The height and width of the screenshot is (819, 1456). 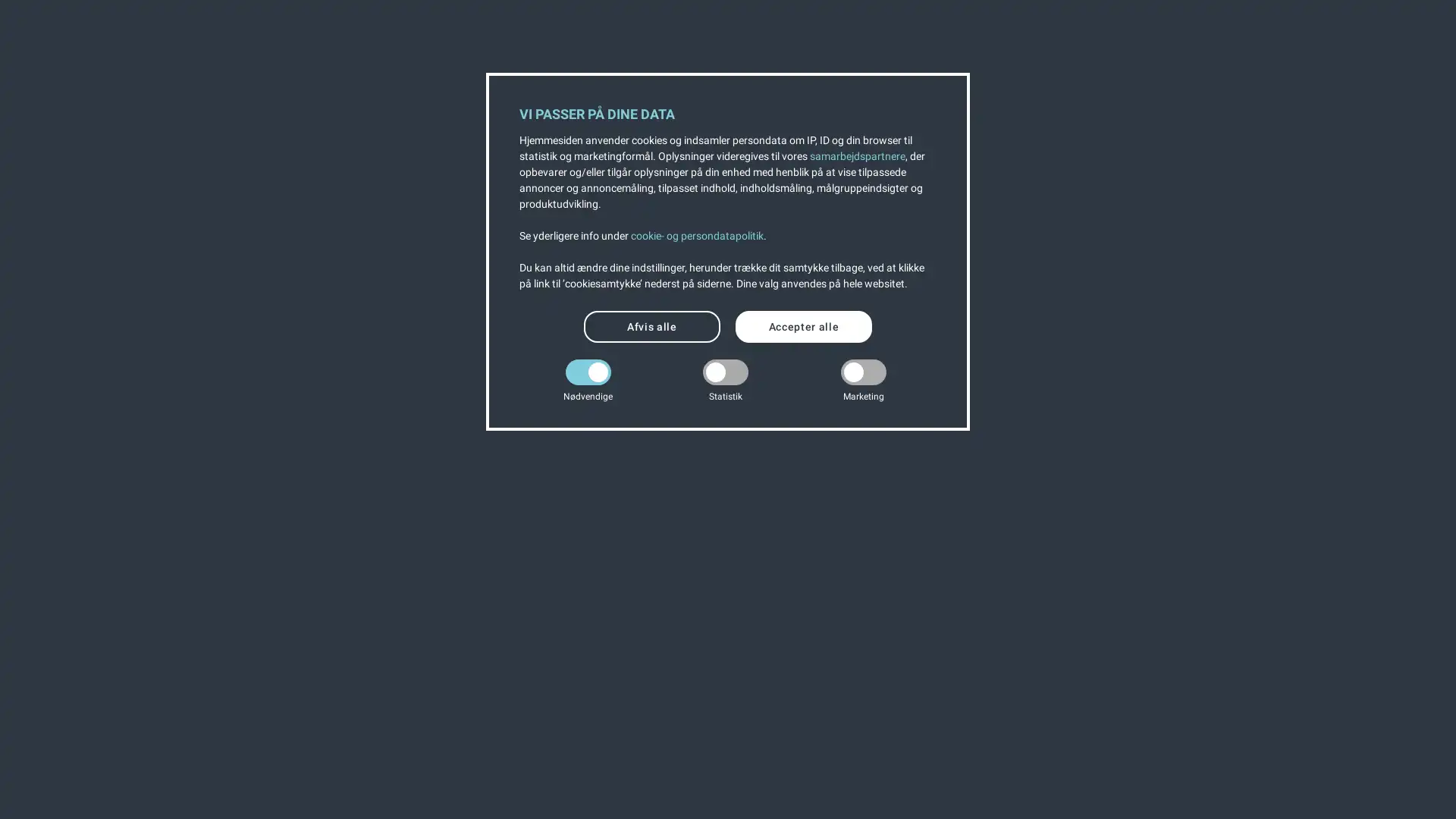 I want to click on Accepter alle, so click(x=803, y=326).